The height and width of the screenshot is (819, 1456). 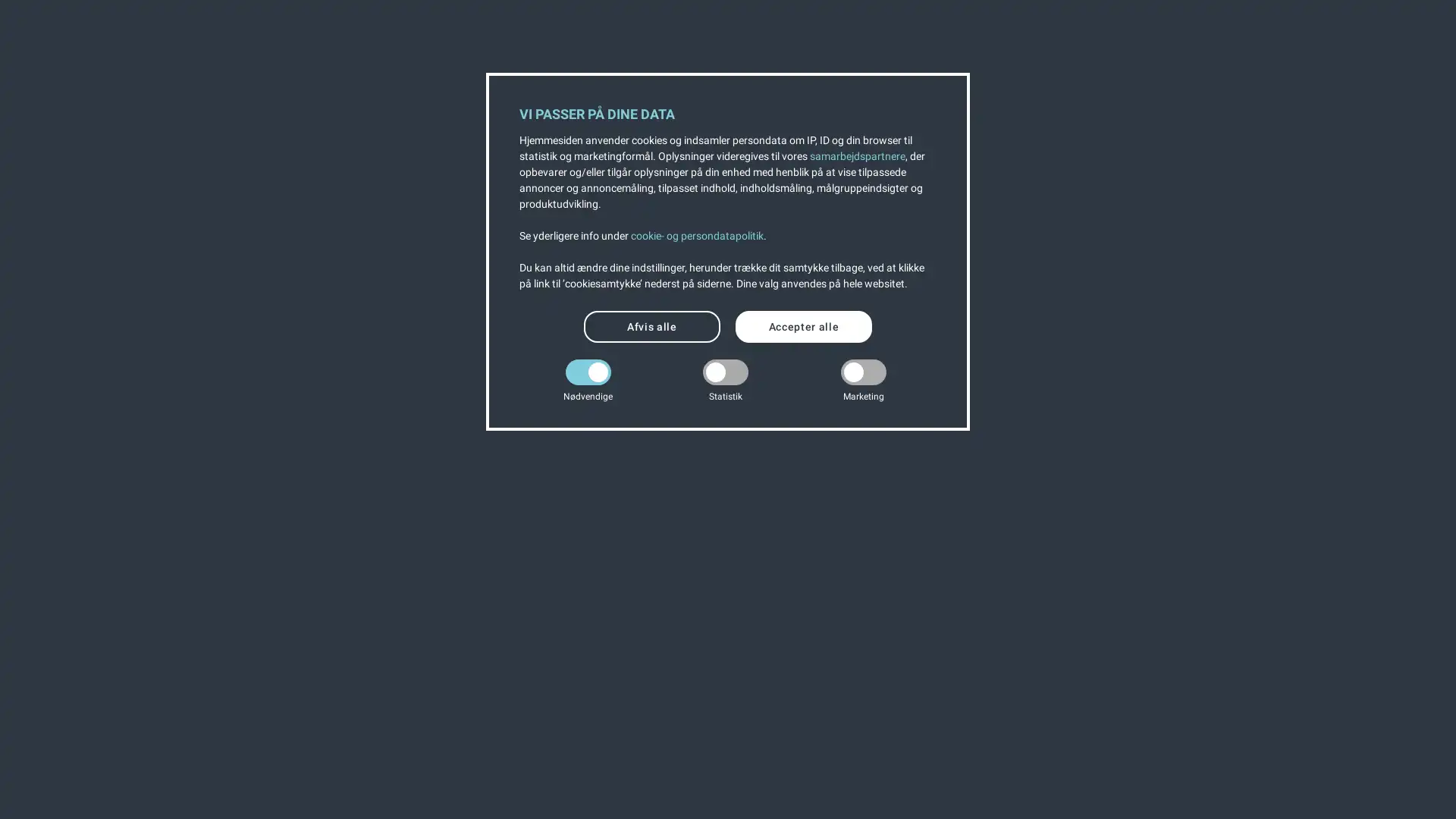 I want to click on Accepter alle, so click(x=803, y=326).